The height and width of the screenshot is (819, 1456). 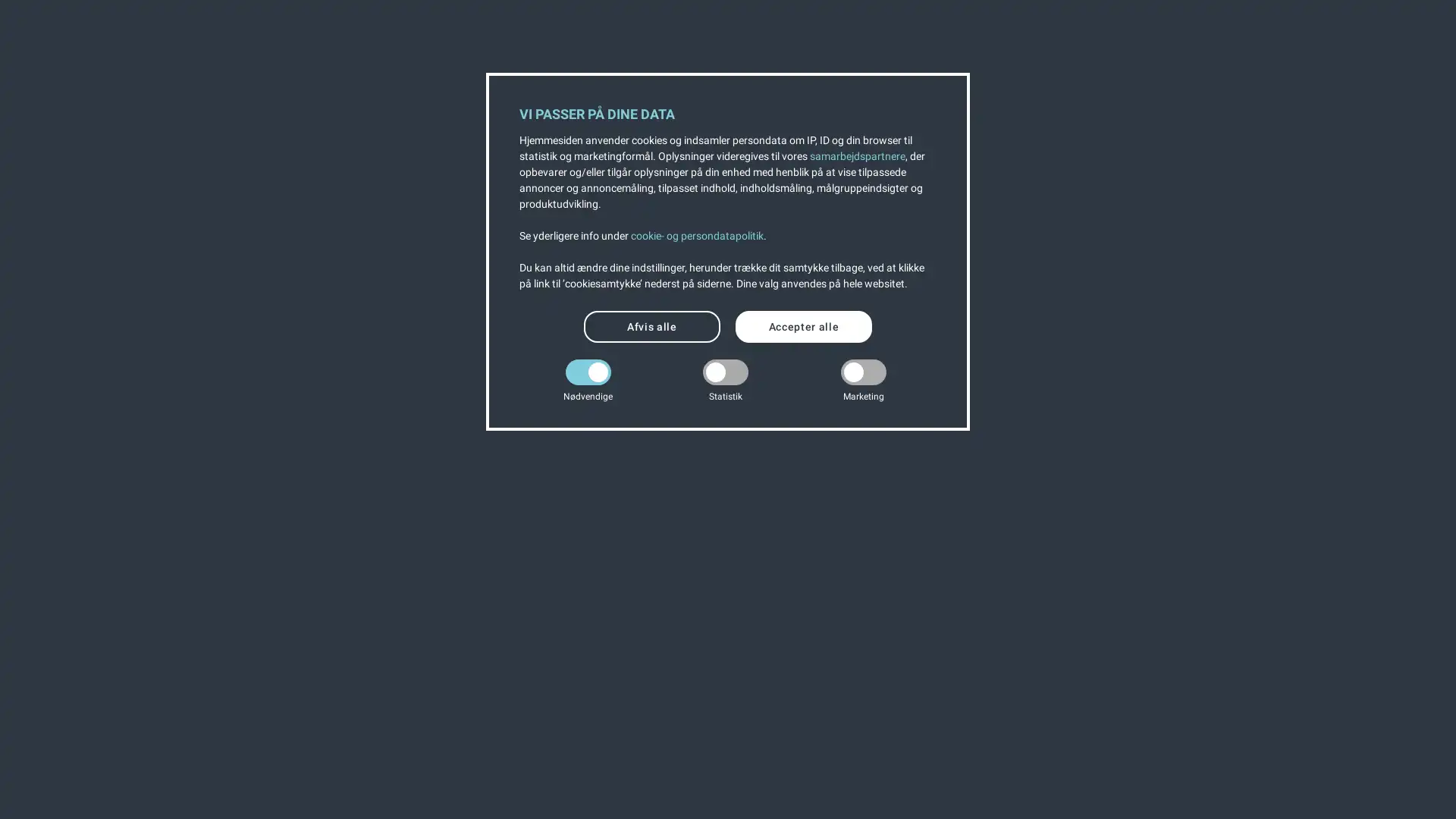 I want to click on Accepter alle, so click(x=803, y=326).